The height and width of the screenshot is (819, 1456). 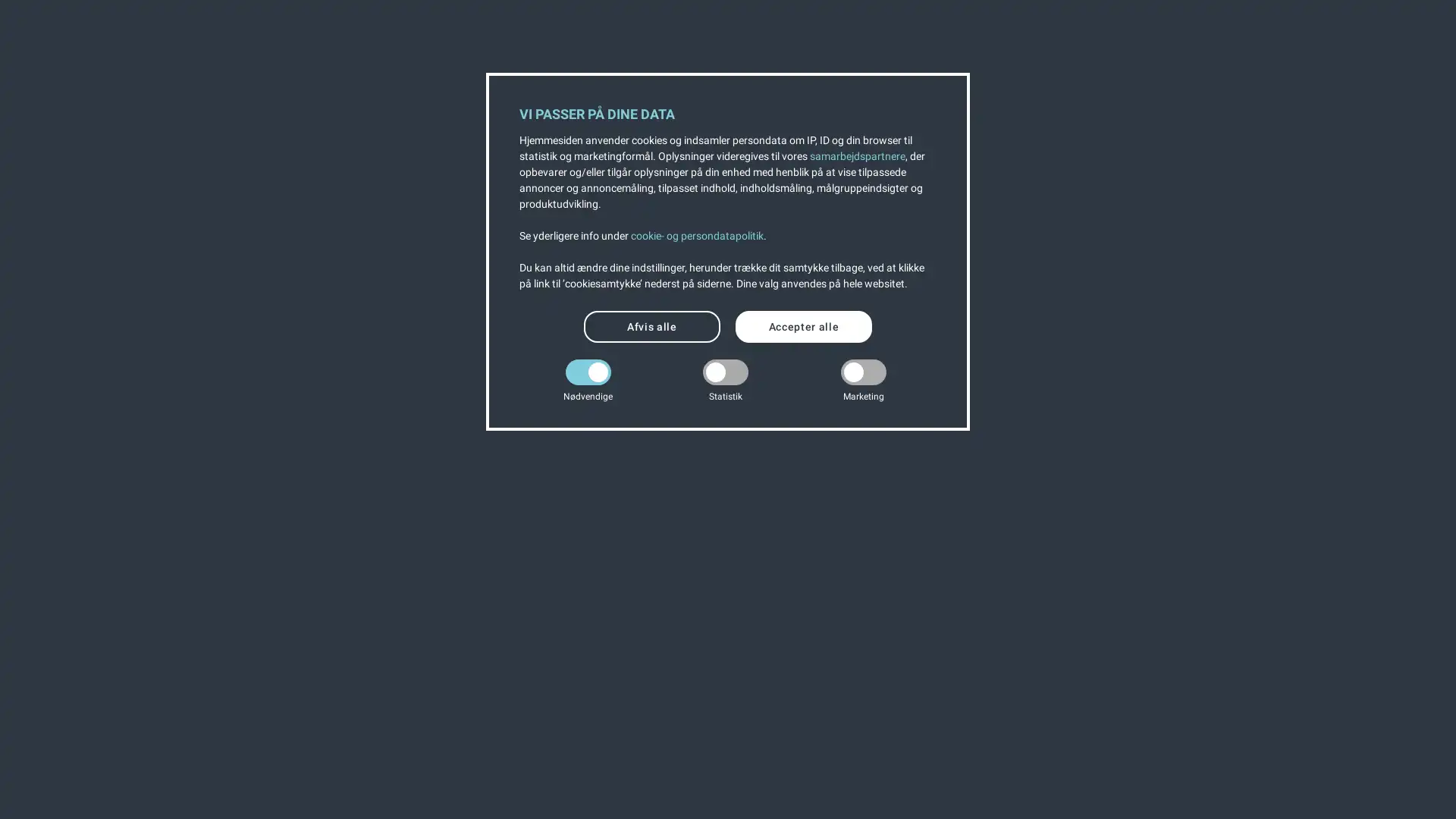 I want to click on Accepter alle, so click(x=803, y=326).